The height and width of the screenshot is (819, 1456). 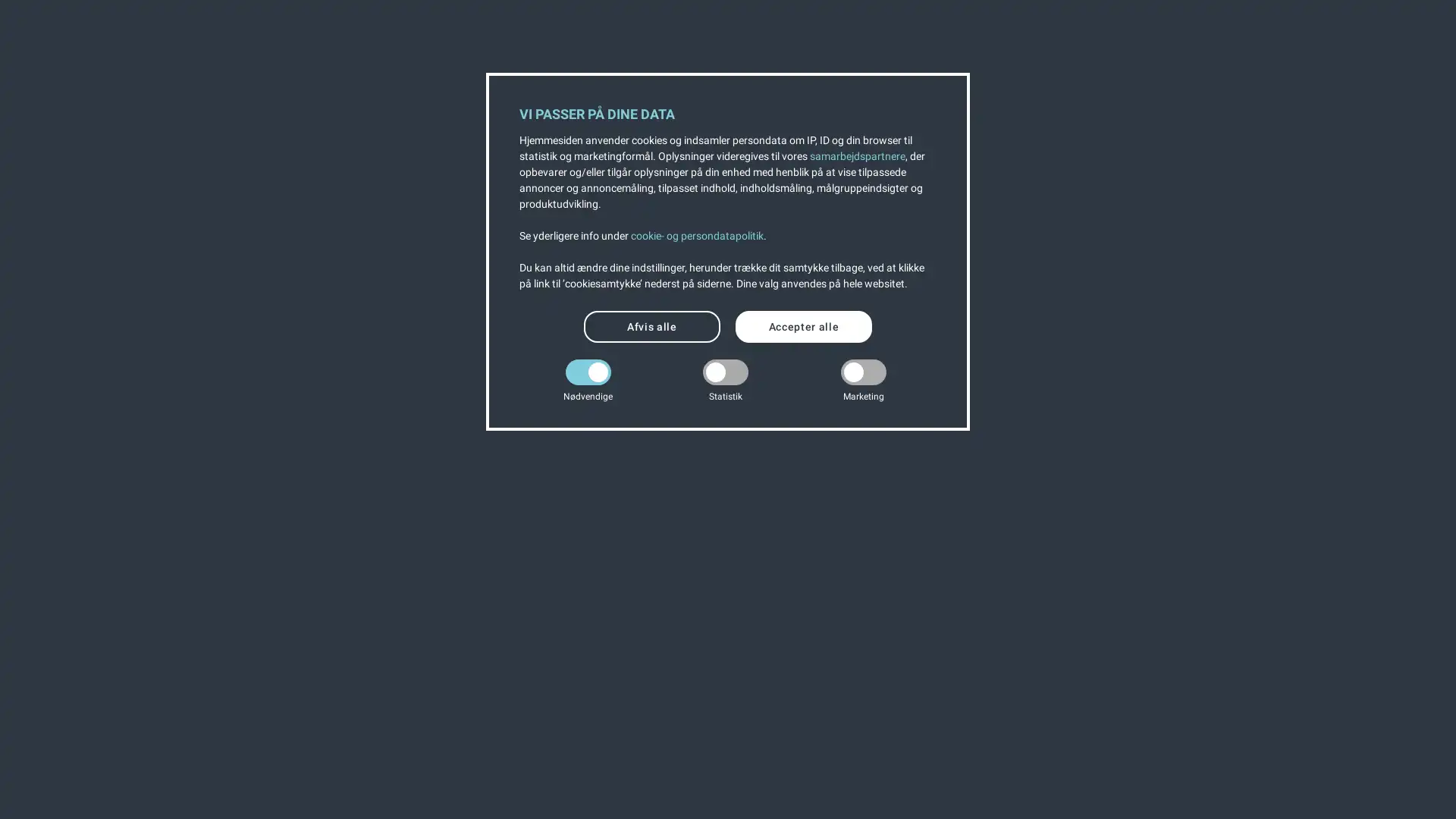 I want to click on Accepter alle, so click(x=803, y=326).